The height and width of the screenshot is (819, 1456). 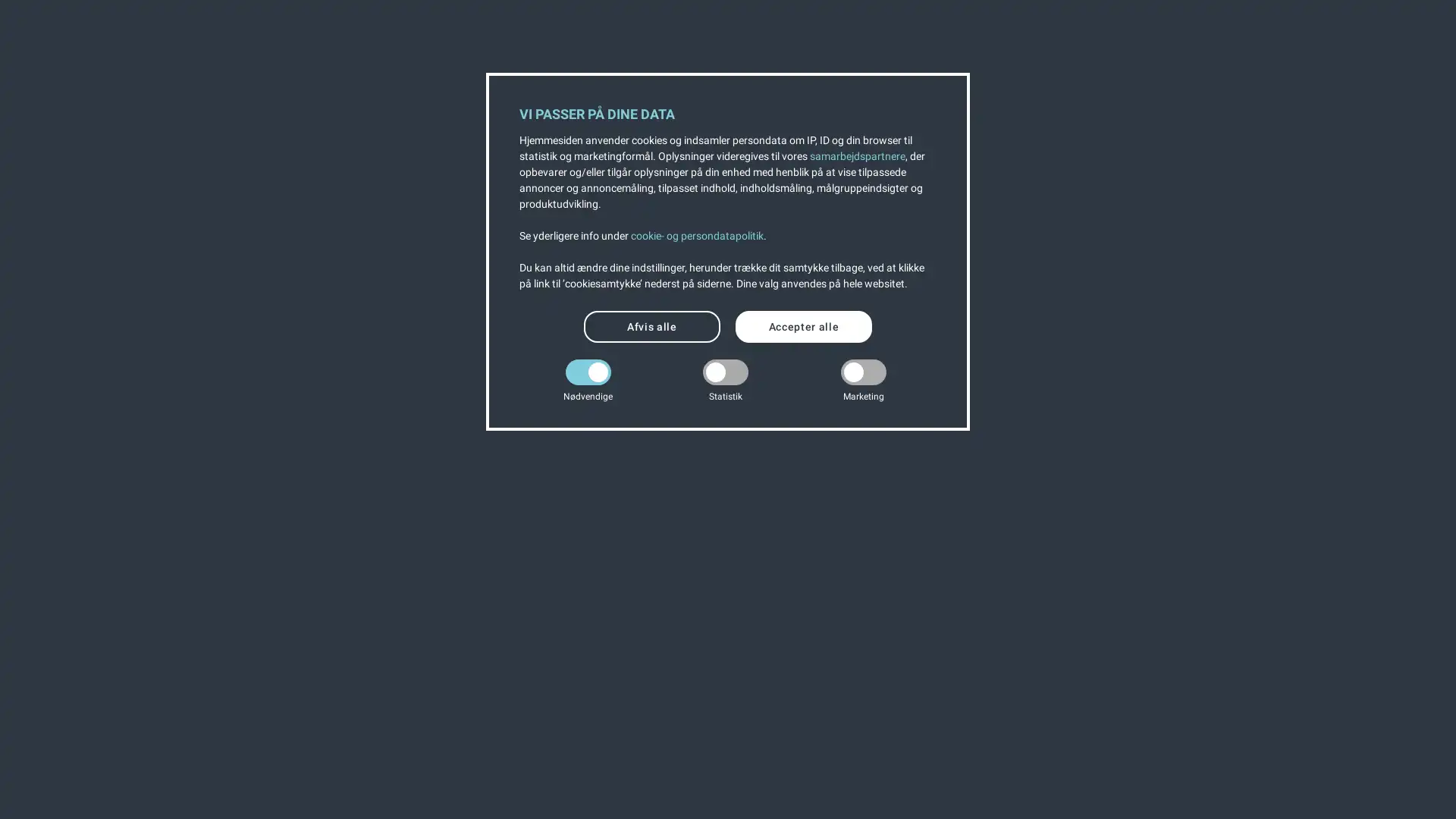 I want to click on Accepter alle, so click(x=803, y=326).